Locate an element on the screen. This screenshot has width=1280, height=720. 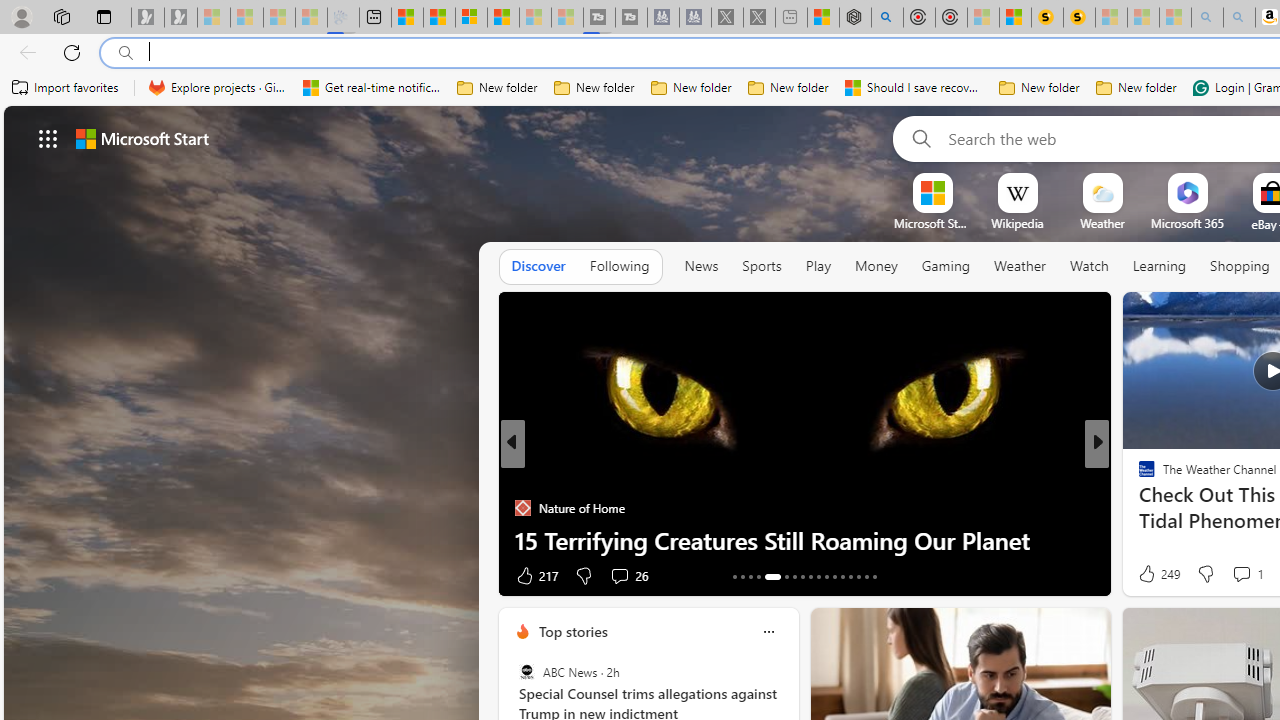
'Import favorites' is located at coordinates (65, 87).